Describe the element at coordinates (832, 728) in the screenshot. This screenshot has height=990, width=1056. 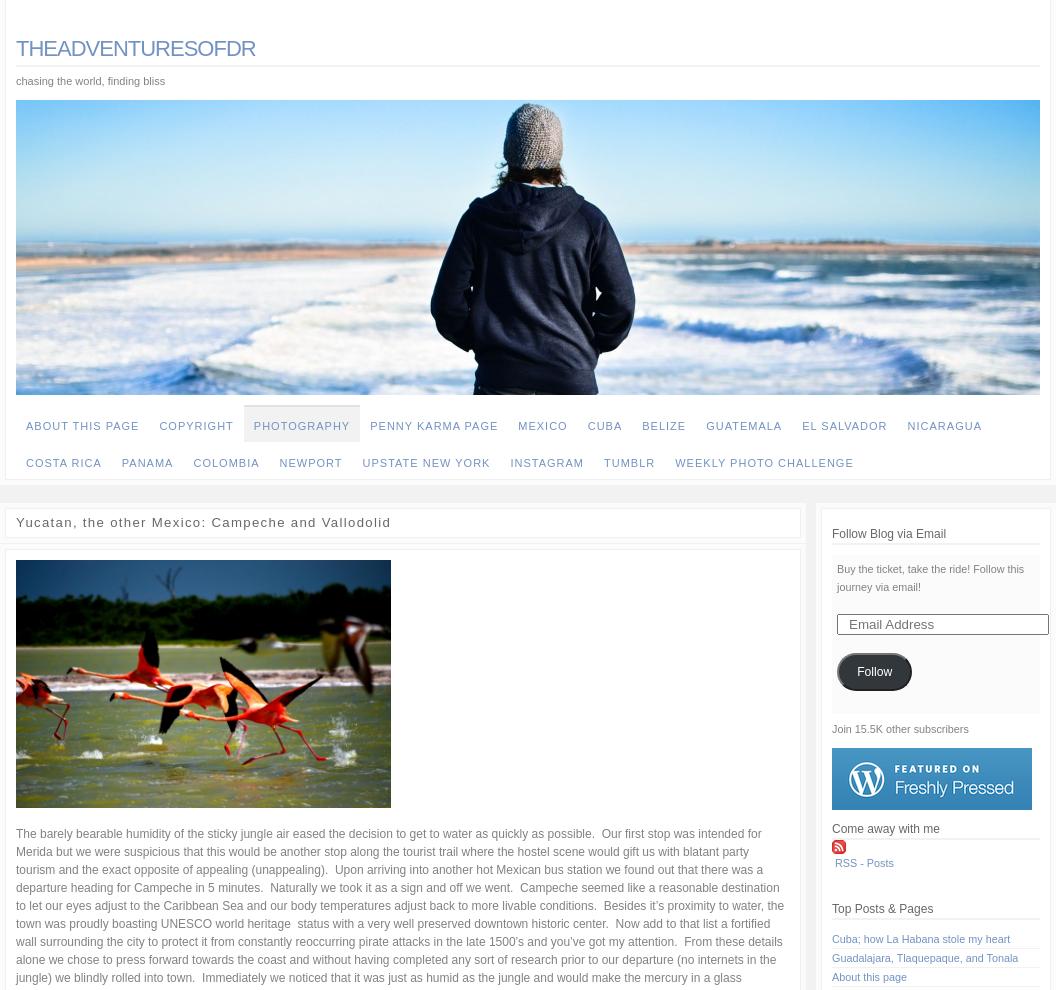
I see `'Join 15.5K other subscribers'` at that location.